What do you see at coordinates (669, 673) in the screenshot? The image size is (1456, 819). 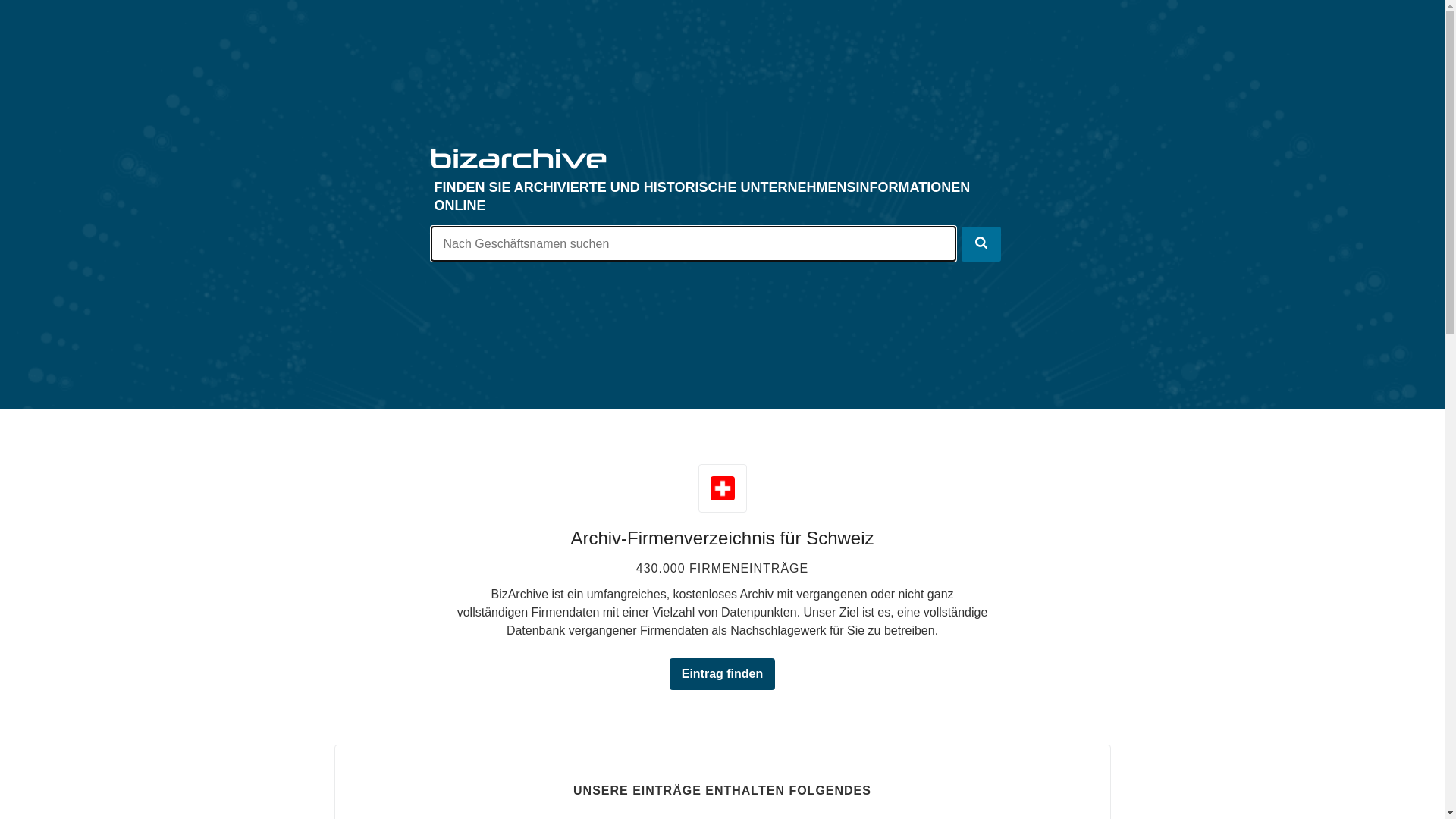 I see `'Eintrag finden'` at bounding box center [669, 673].